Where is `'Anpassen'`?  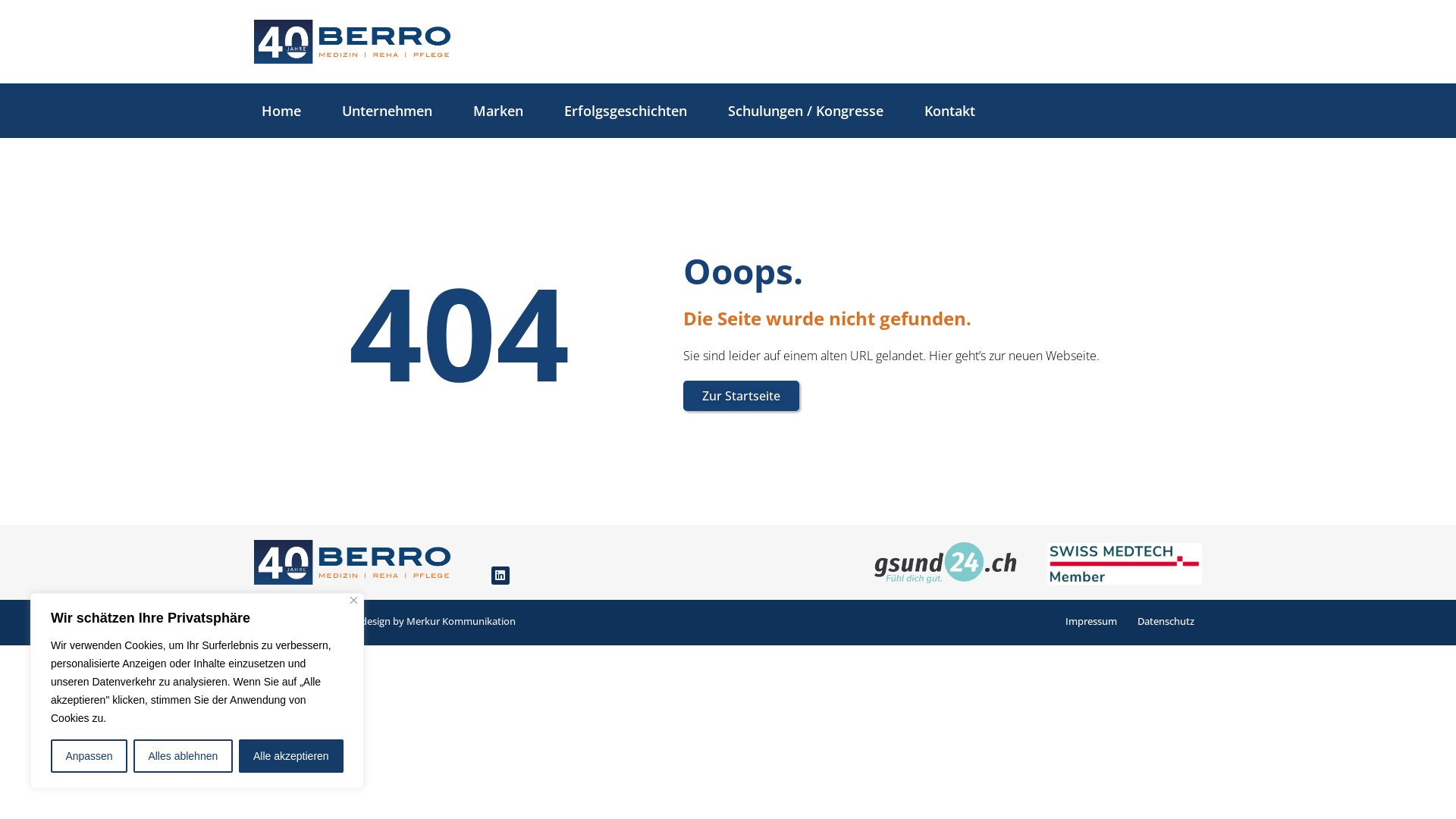
'Anpassen' is located at coordinates (88, 755).